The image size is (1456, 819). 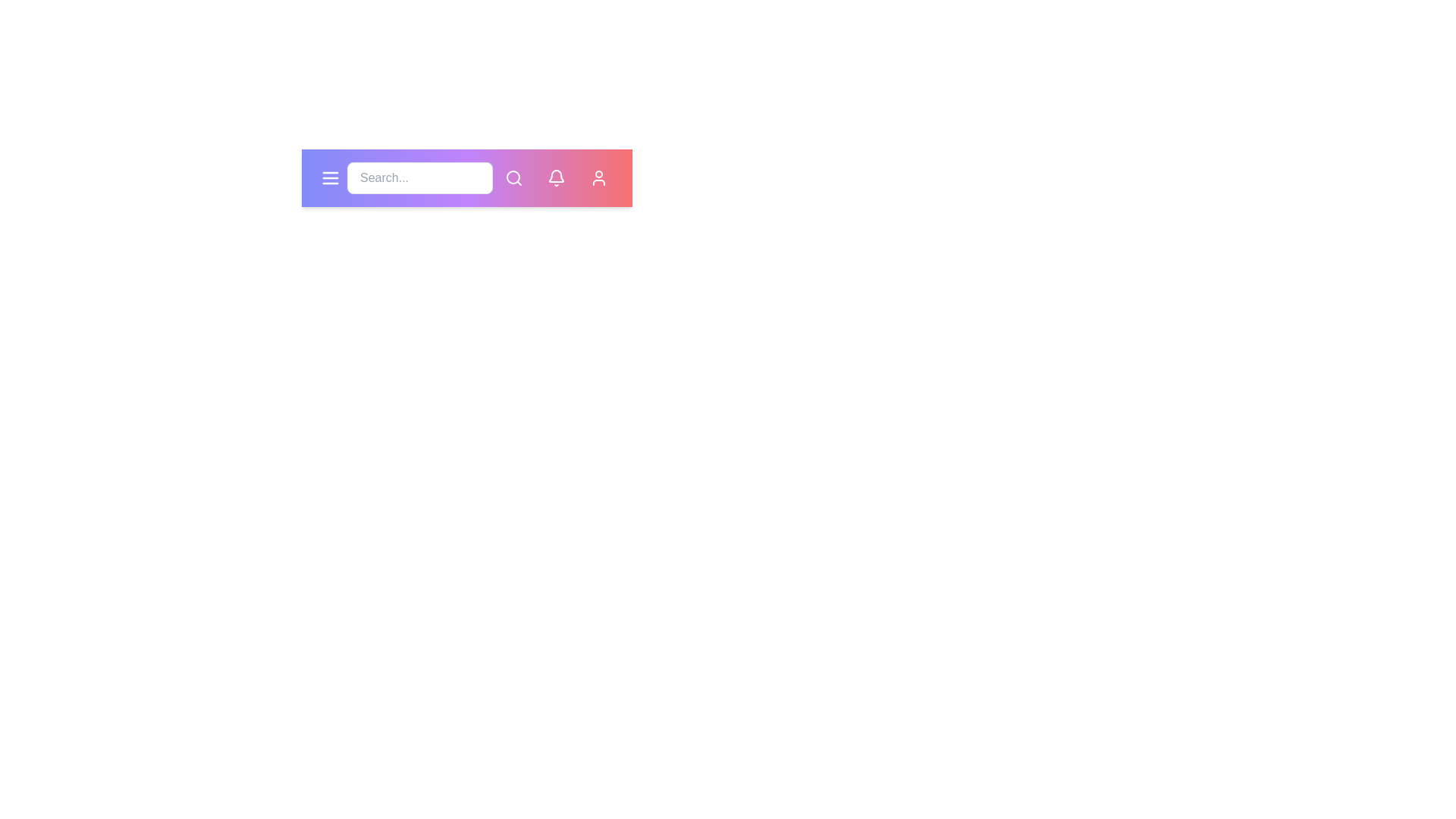 What do you see at coordinates (556, 177) in the screenshot?
I see `the notifications button` at bounding box center [556, 177].